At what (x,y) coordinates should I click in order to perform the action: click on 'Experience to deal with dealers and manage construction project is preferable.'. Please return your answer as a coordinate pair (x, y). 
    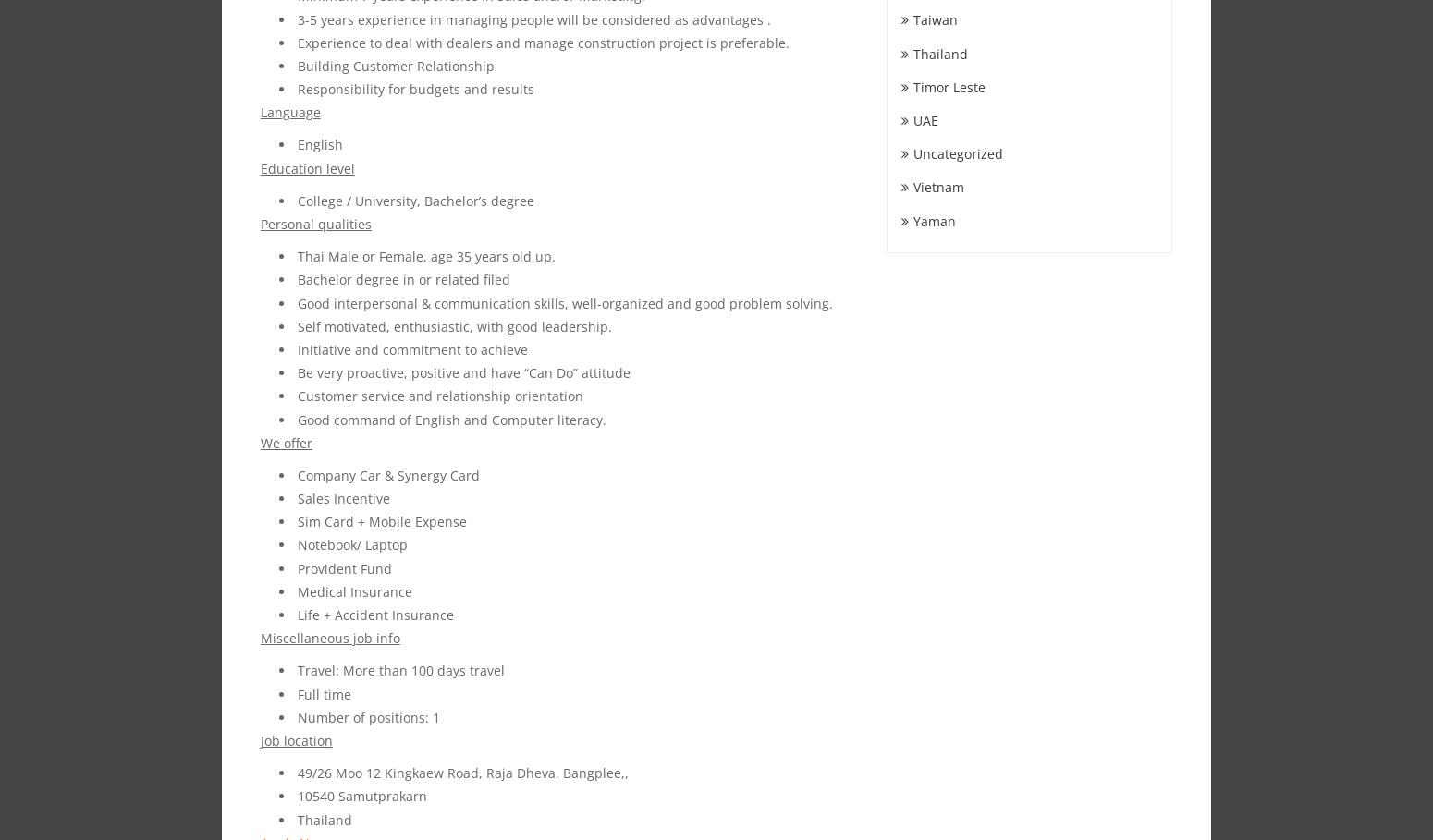
    Looking at the image, I should click on (542, 42).